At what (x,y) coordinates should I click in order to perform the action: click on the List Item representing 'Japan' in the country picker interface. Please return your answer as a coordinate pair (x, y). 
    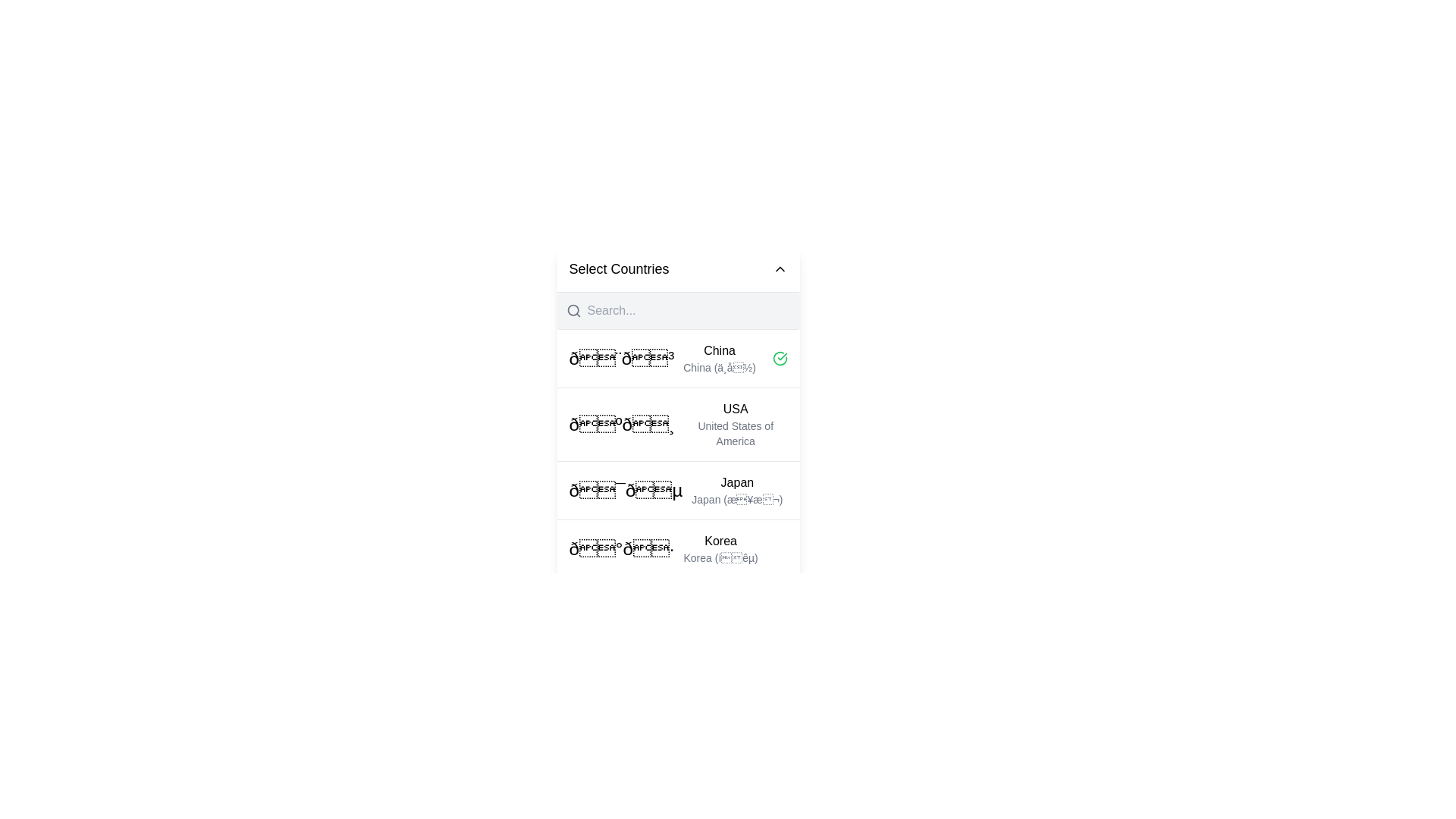
    Looking at the image, I should click on (675, 491).